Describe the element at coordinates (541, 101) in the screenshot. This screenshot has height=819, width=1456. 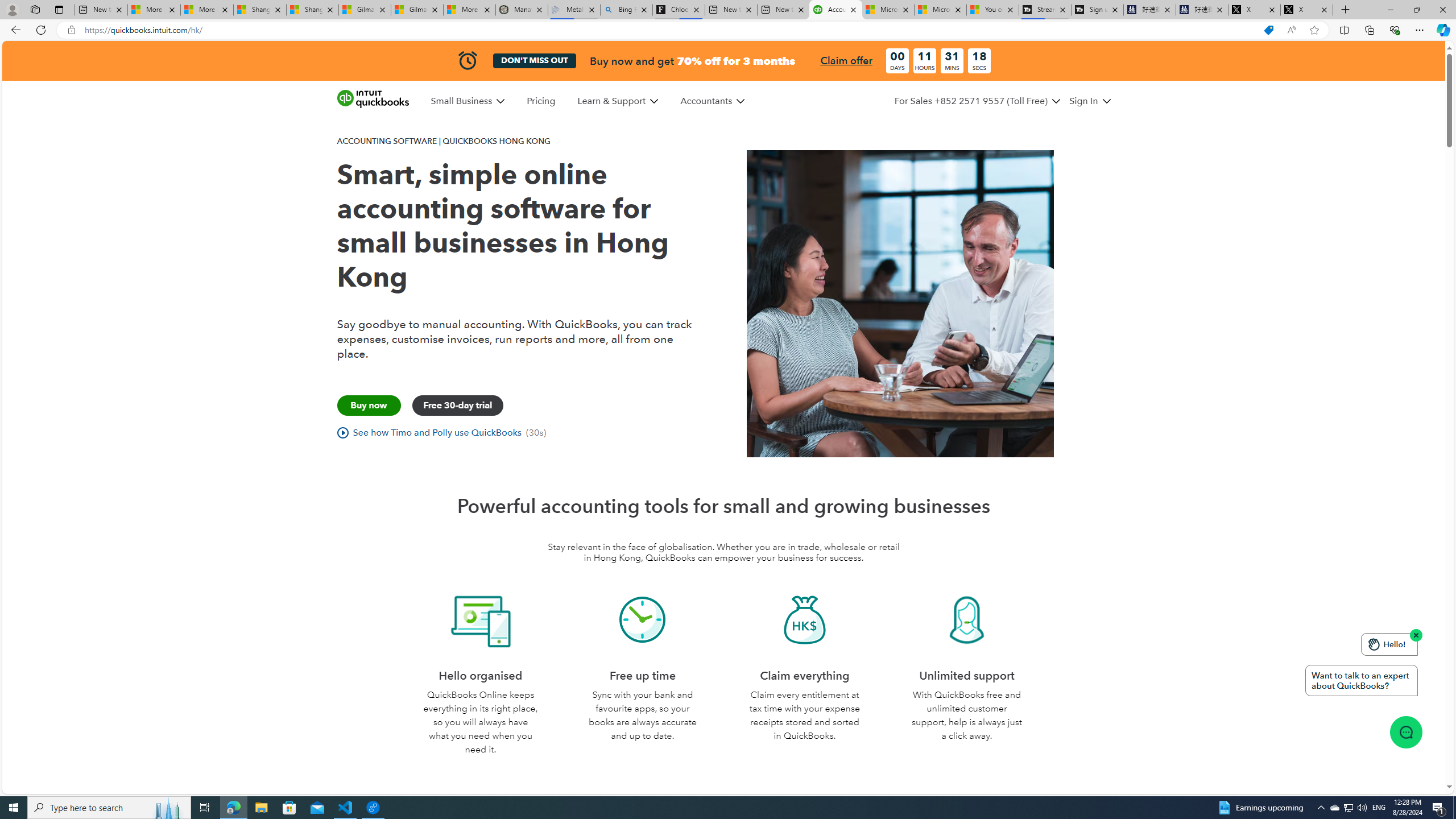
I see `'Pricing'` at that location.